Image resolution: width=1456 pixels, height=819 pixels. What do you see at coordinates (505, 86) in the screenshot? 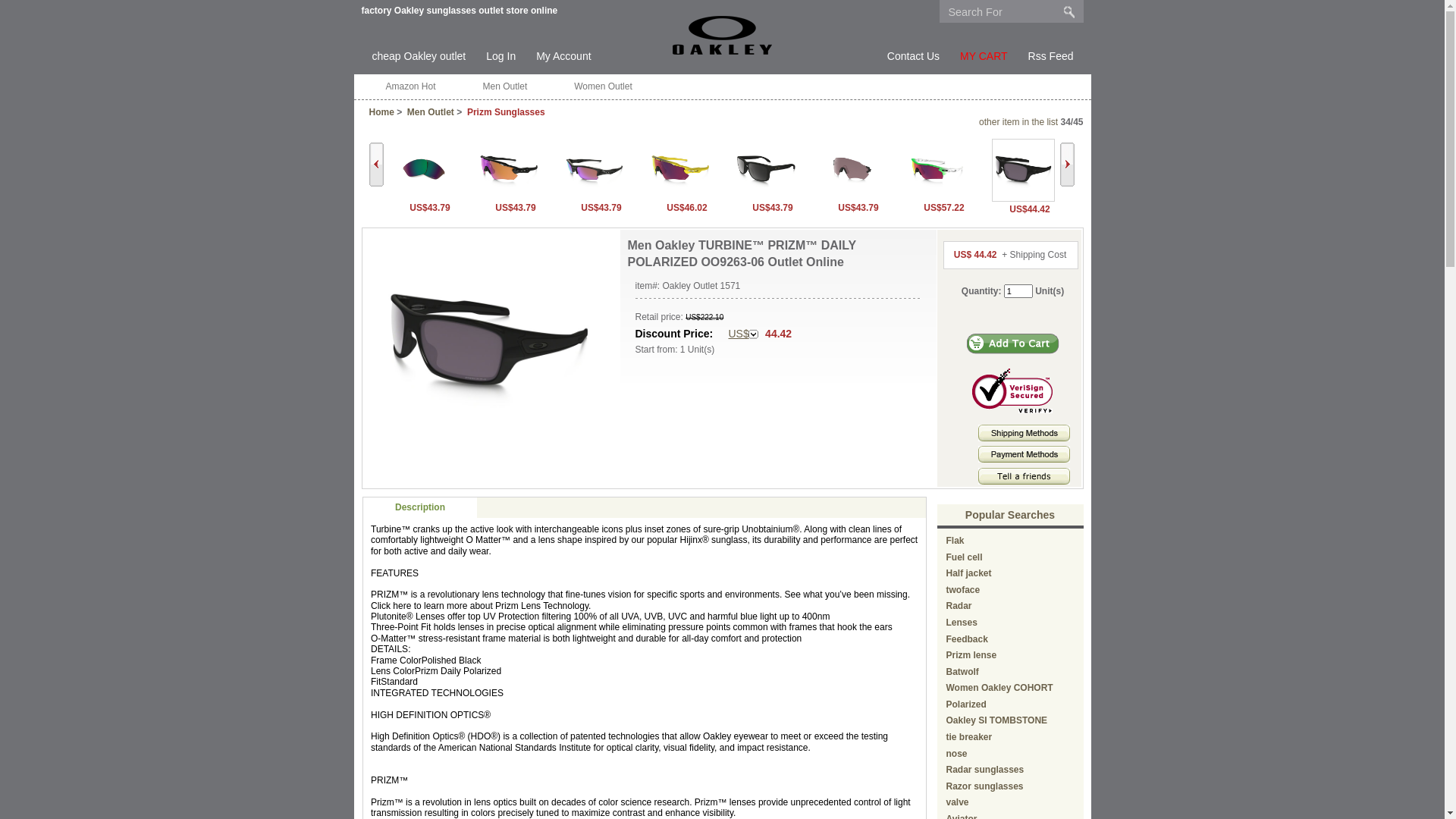
I see `'Men Outlet'` at bounding box center [505, 86].